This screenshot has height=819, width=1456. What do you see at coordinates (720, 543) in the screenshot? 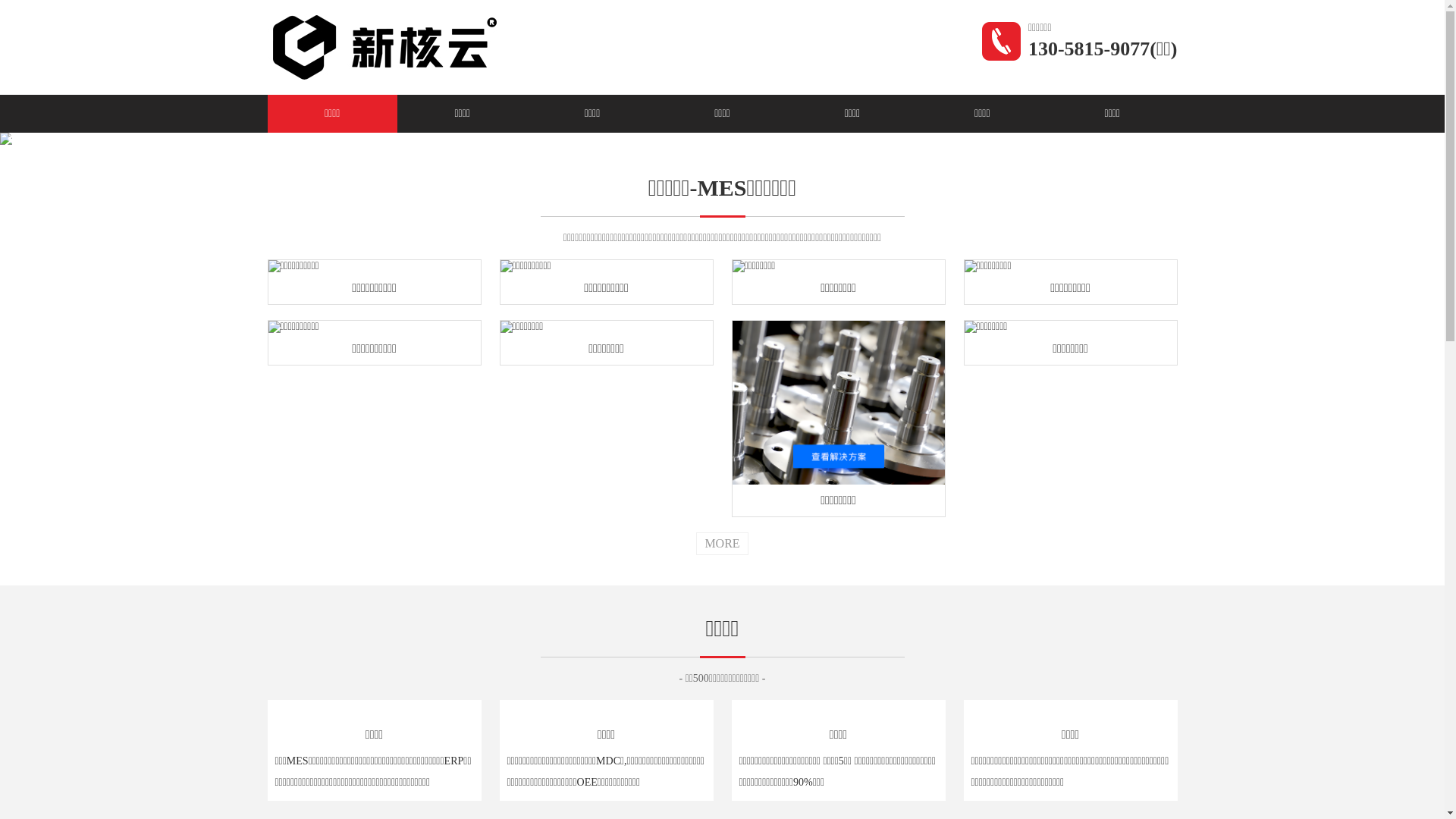
I see `'MORE'` at bounding box center [720, 543].